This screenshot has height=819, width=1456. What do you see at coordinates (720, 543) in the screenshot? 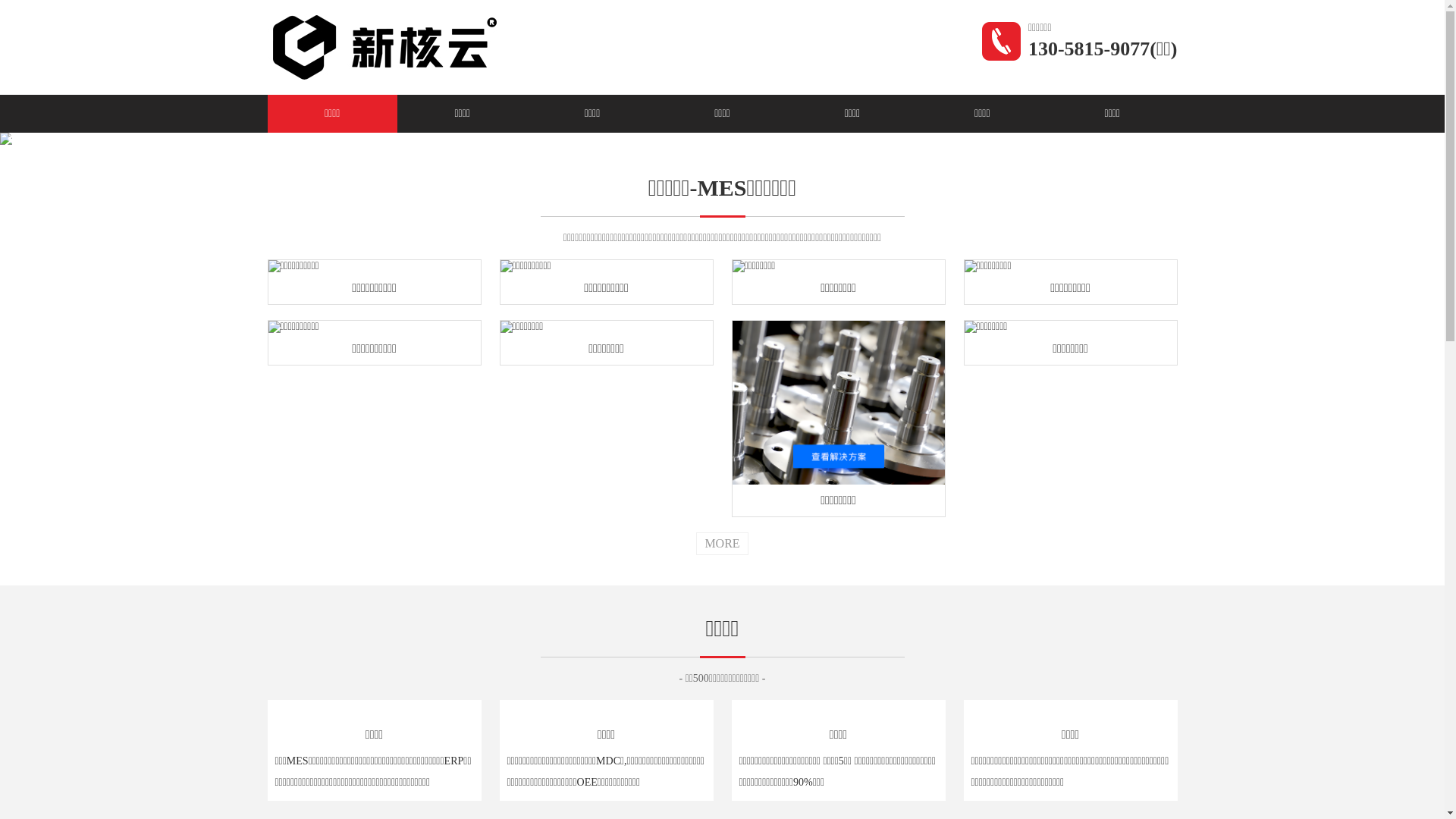
I see `'MORE'` at bounding box center [720, 543].